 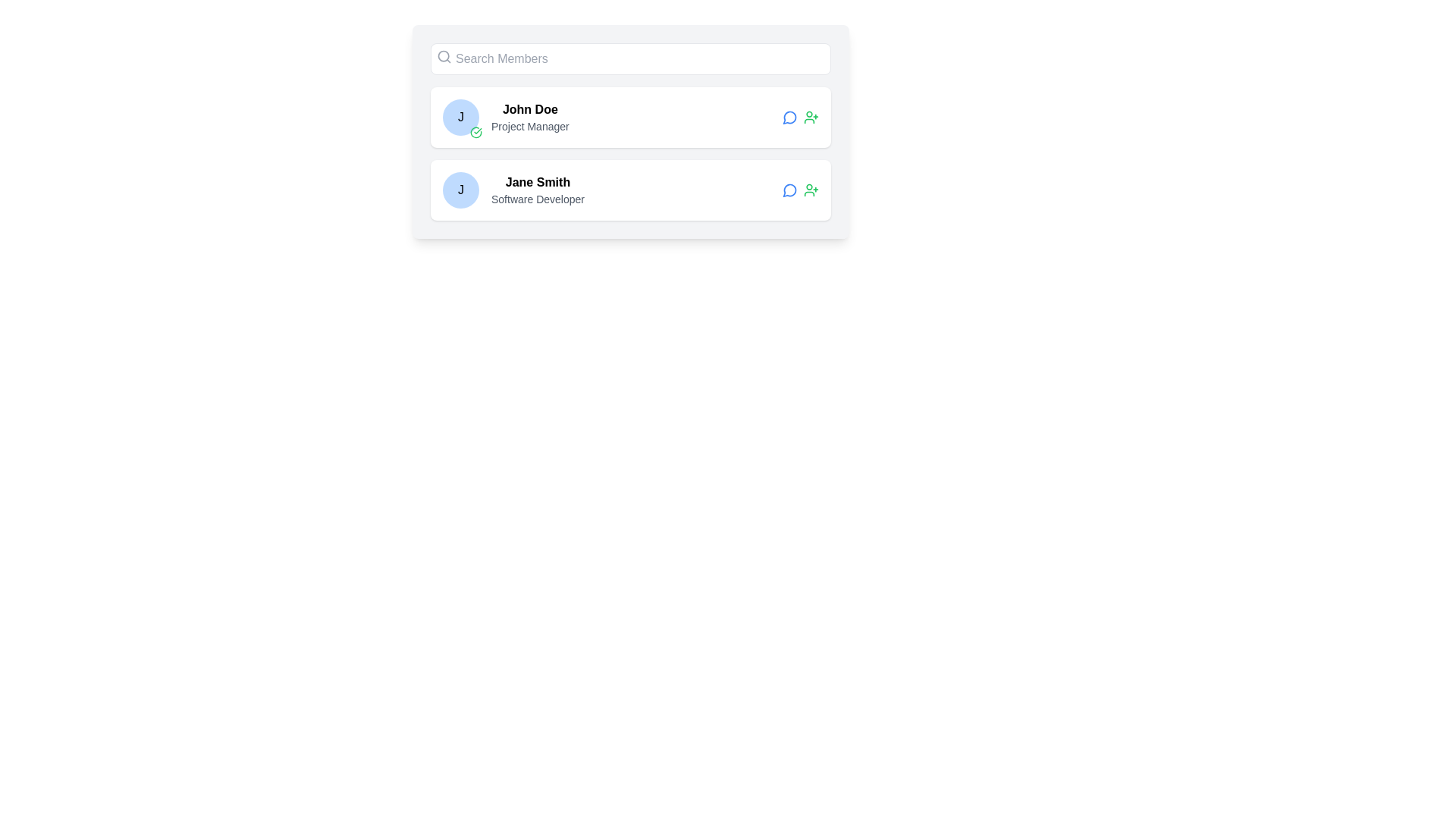 I want to click on the static text label displaying 'Software Developer', which is located directly below 'Jane Smith' and aligned to the left within the second user list entry, so click(x=538, y=198).